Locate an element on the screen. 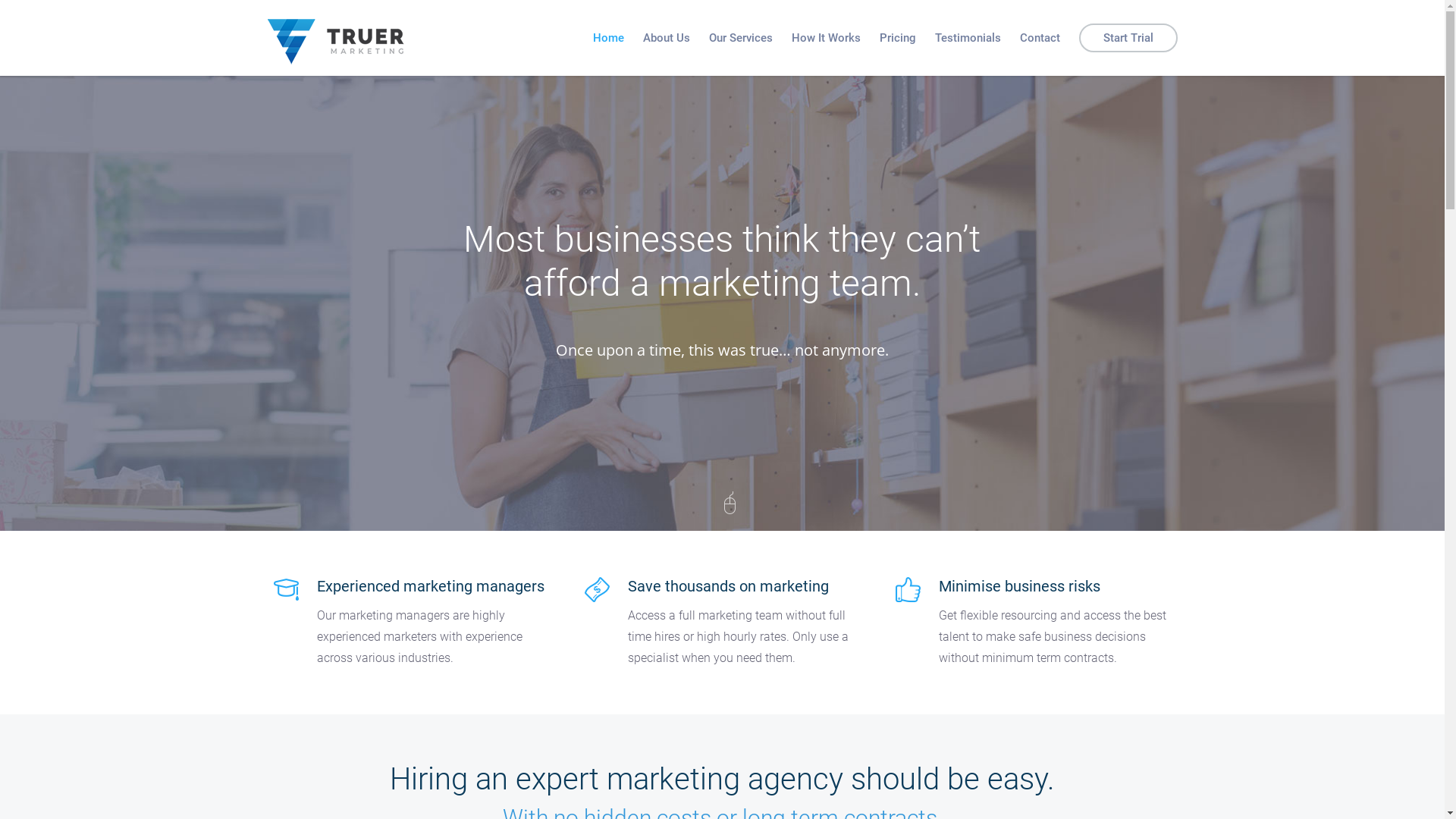  'Contact' is located at coordinates (1038, 37).